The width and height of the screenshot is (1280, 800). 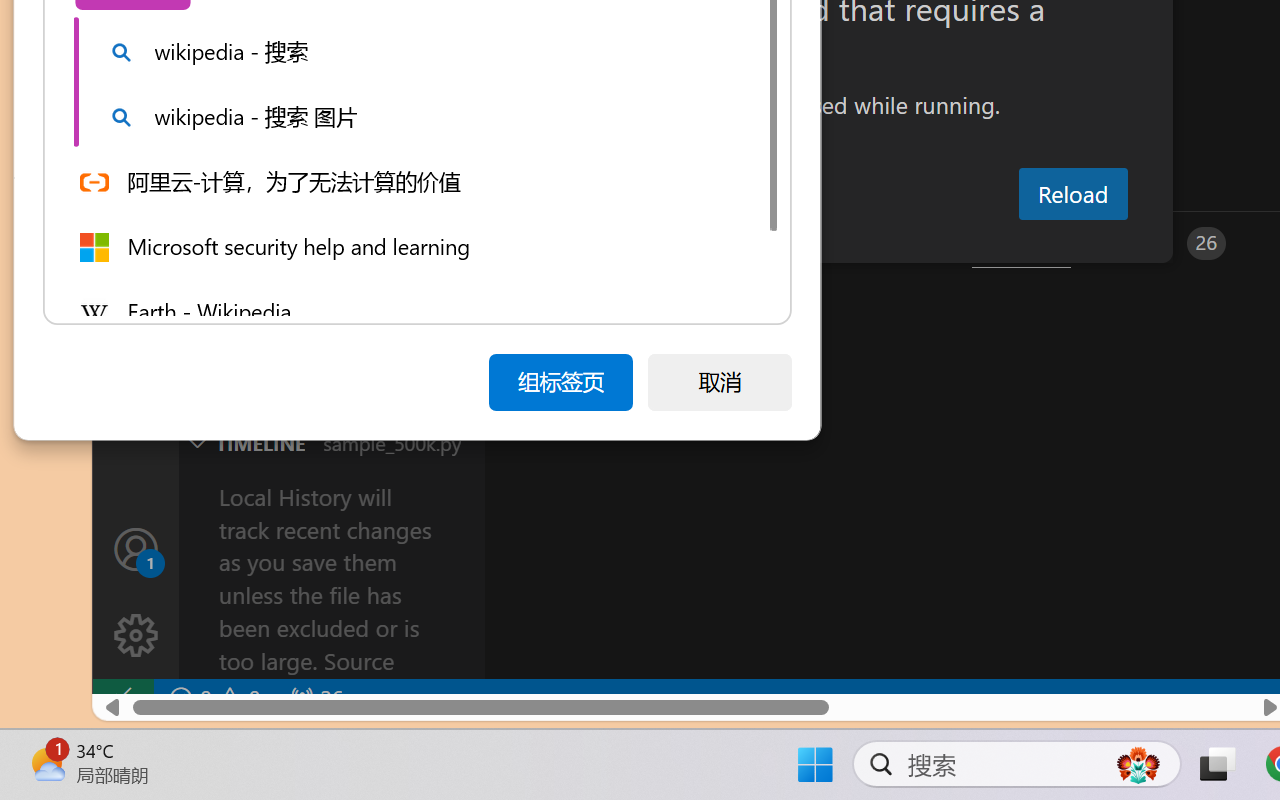 I want to click on 'Reload', so click(x=1071, y=192).